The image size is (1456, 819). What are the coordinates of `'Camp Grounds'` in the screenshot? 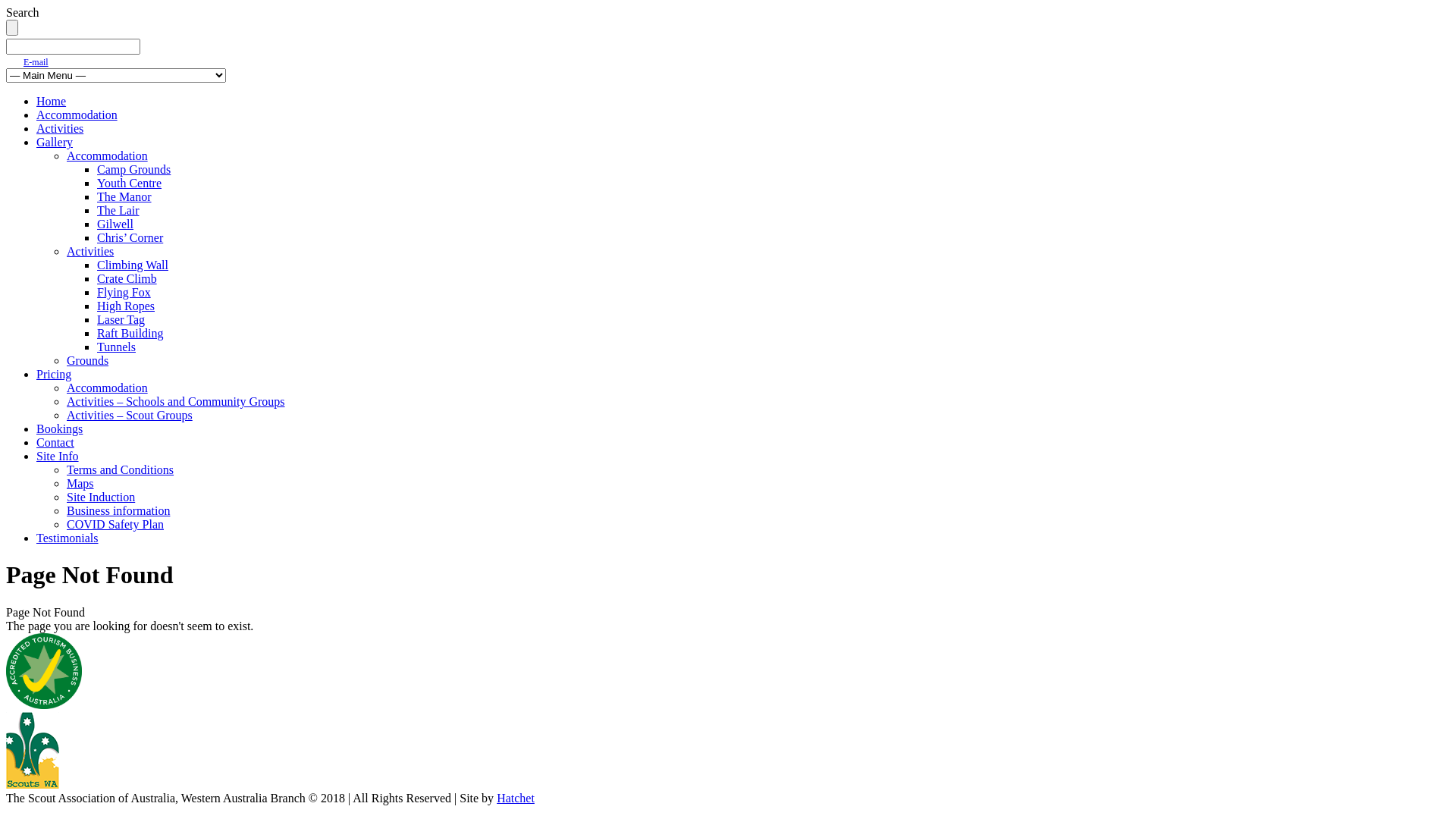 It's located at (133, 169).